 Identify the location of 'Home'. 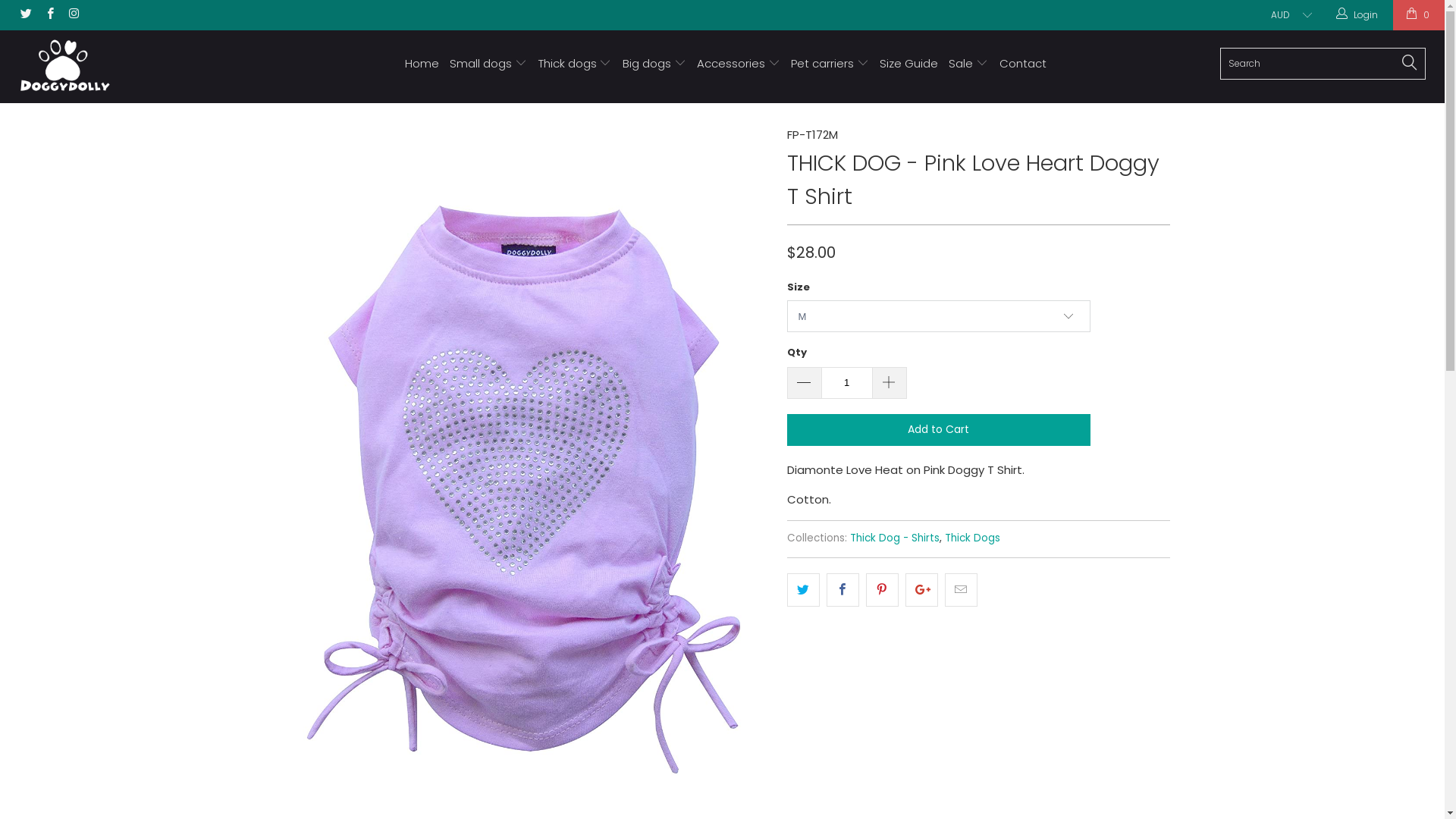
(422, 63).